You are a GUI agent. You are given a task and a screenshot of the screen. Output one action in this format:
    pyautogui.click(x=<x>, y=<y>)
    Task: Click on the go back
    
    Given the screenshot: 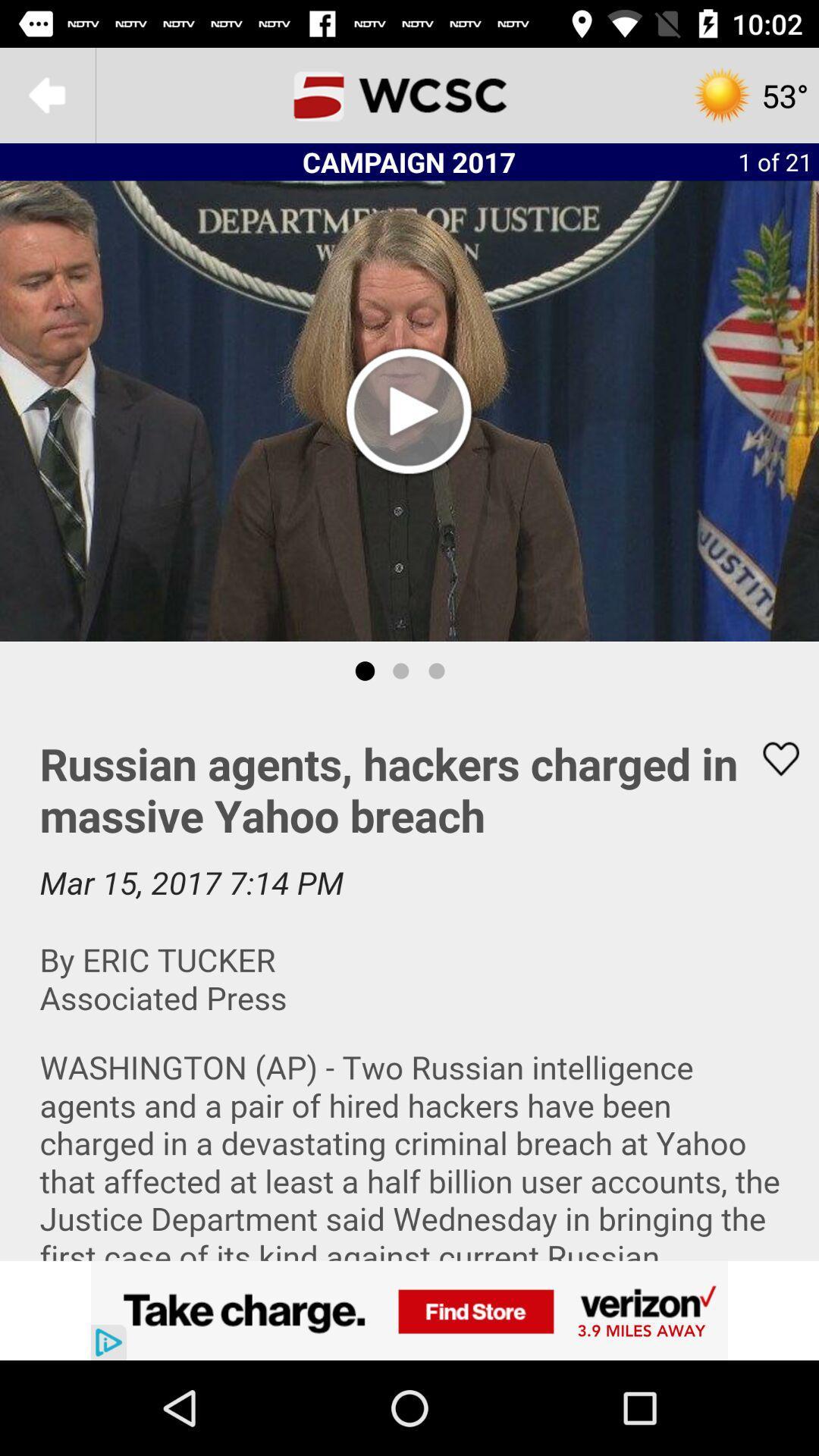 What is the action you would take?
    pyautogui.click(x=46, y=94)
    